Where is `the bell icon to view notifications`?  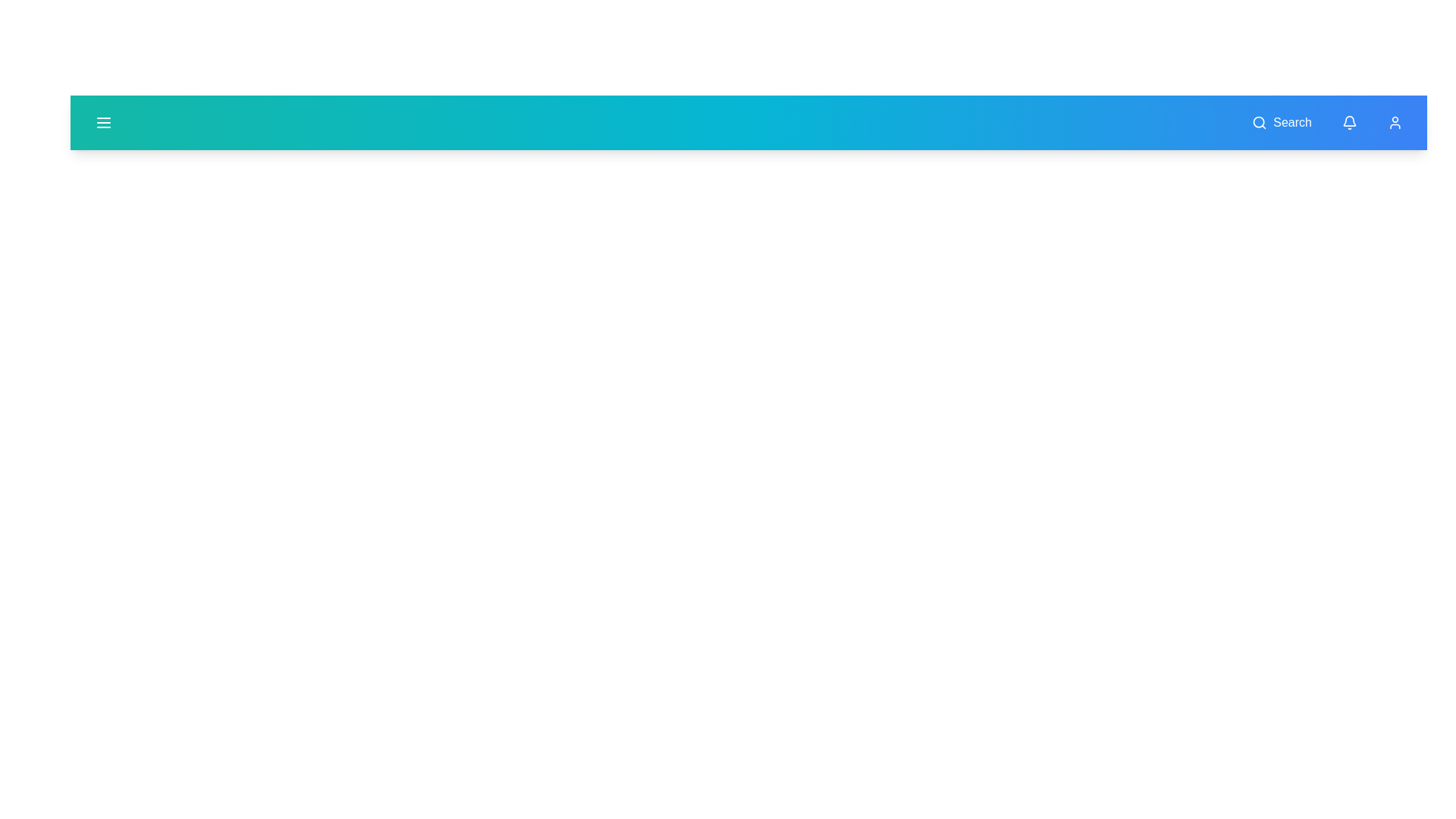 the bell icon to view notifications is located at coordinates (1350, 122).